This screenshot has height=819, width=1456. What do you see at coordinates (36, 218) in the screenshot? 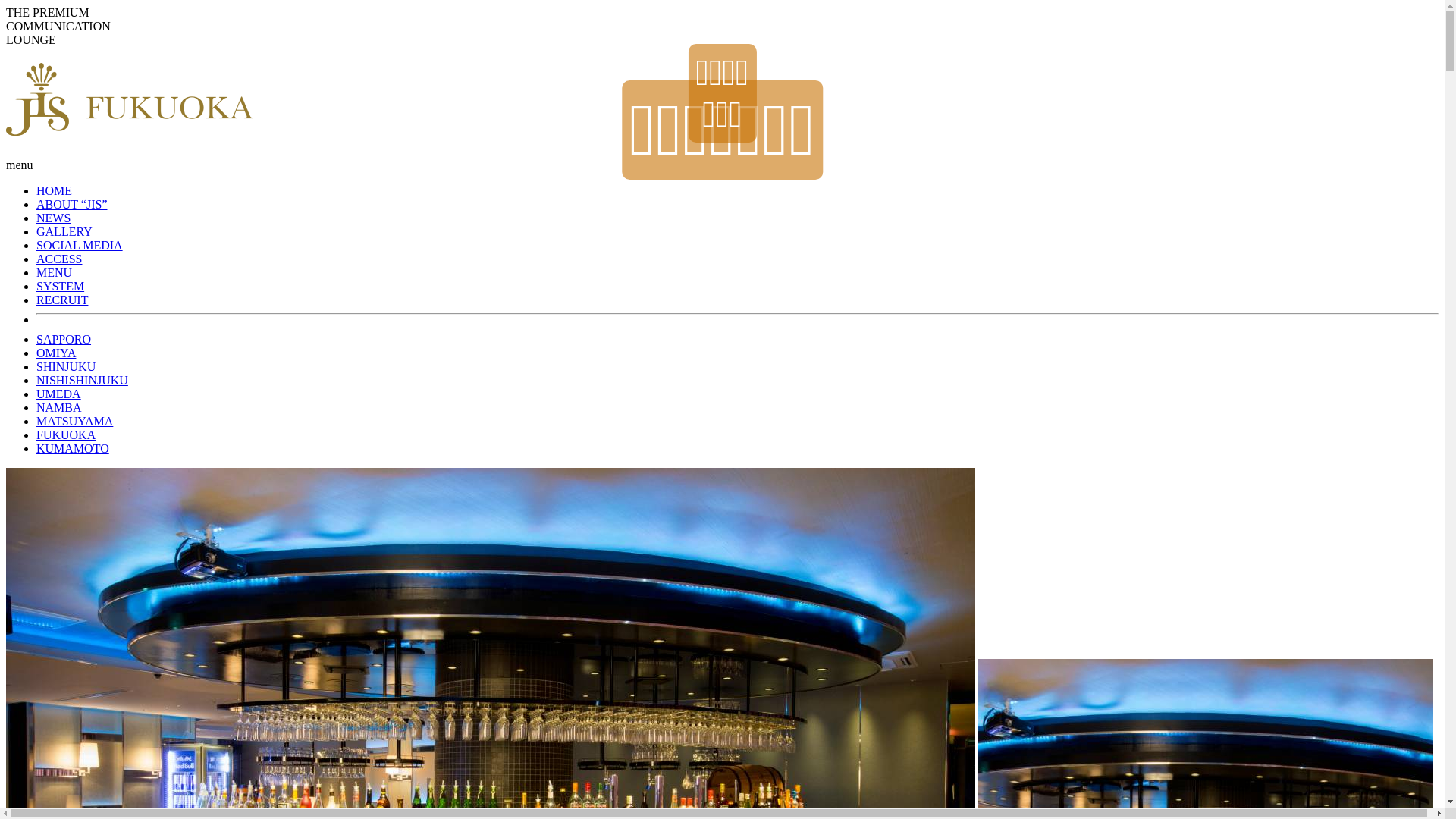
I see `'NEWS'` at bounding box center [36, 218].